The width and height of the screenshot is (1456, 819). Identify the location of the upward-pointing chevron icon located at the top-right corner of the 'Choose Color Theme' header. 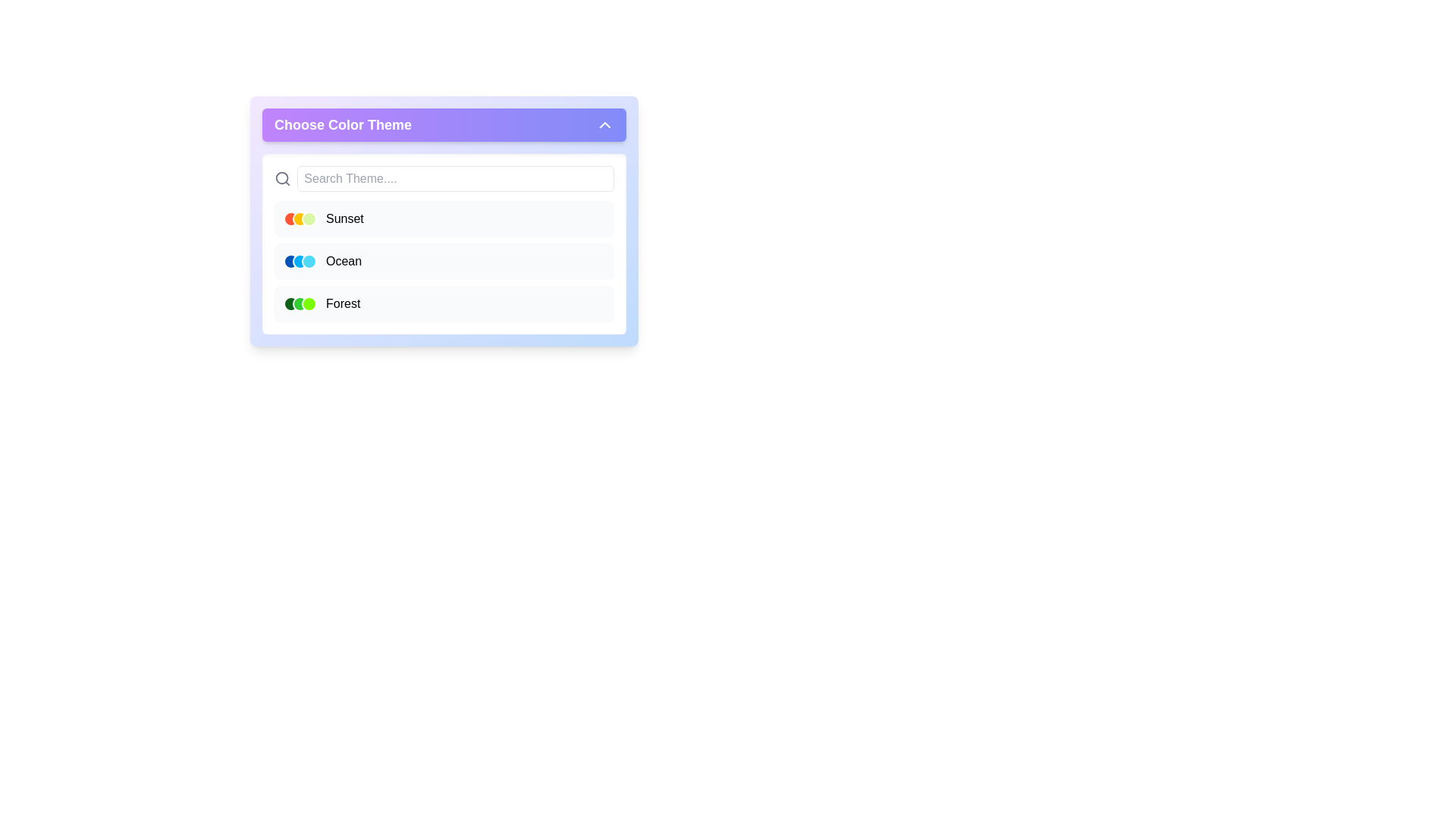
(604, 124).